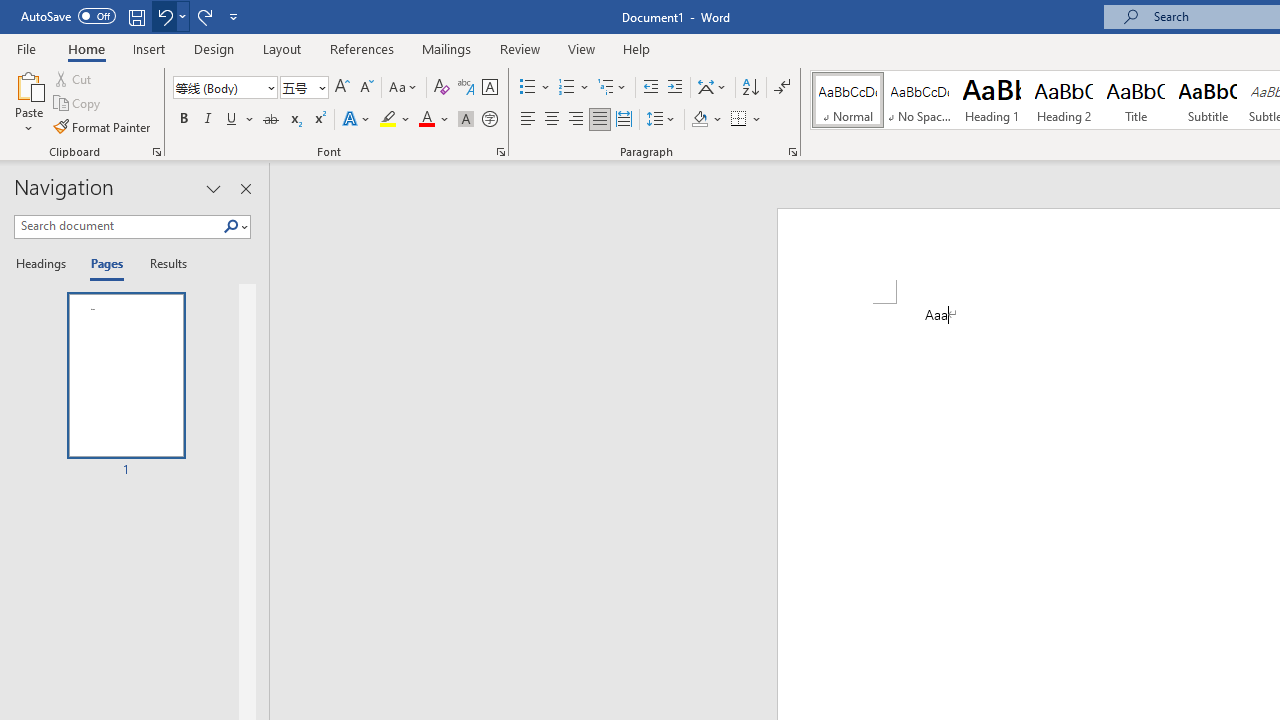  I want to click on 'Review', so click(520, 48).